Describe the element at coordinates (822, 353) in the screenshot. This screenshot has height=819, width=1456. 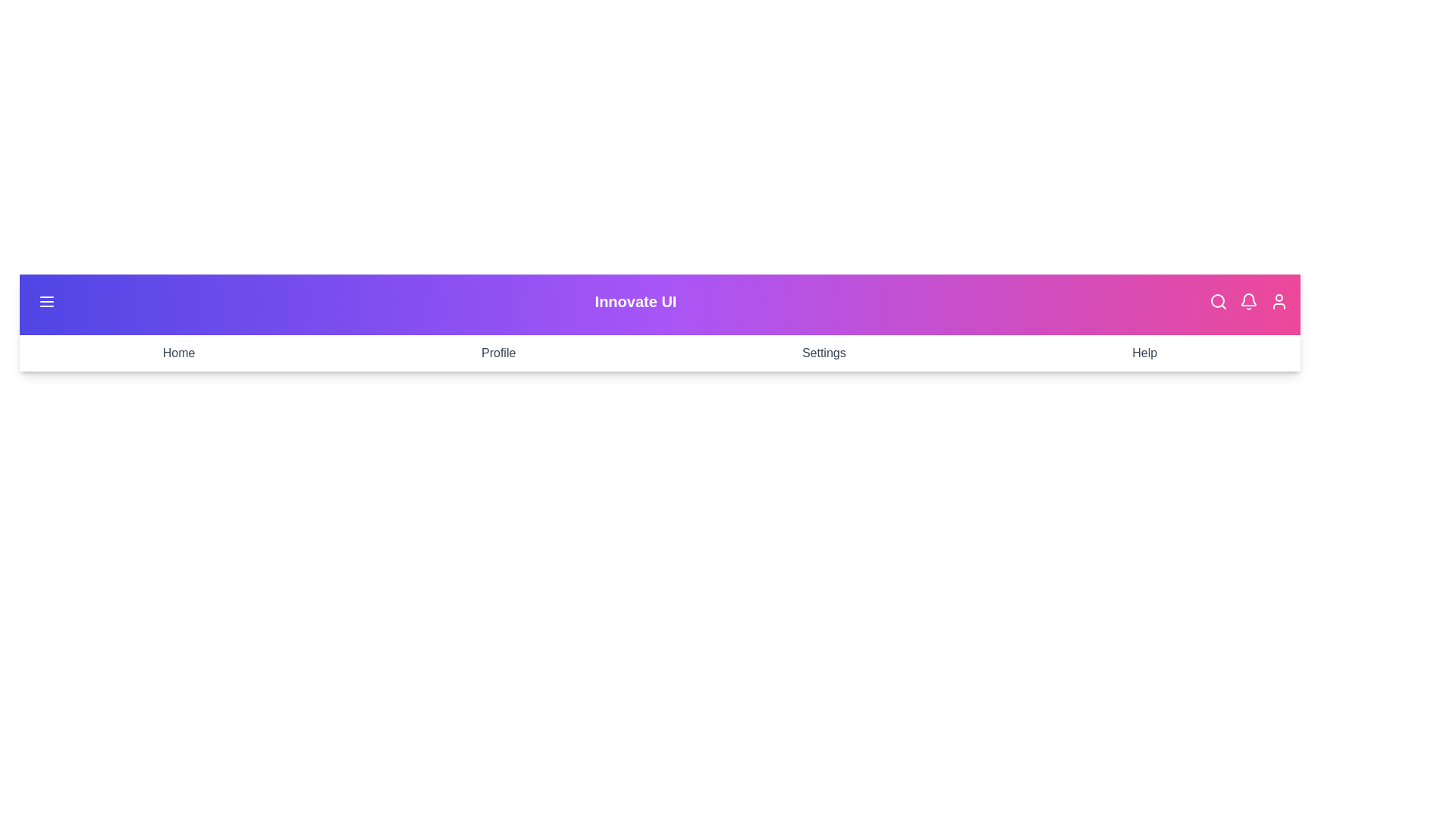
I see `the menu item labeled Settings to navigate to the corresponding section` at that location.